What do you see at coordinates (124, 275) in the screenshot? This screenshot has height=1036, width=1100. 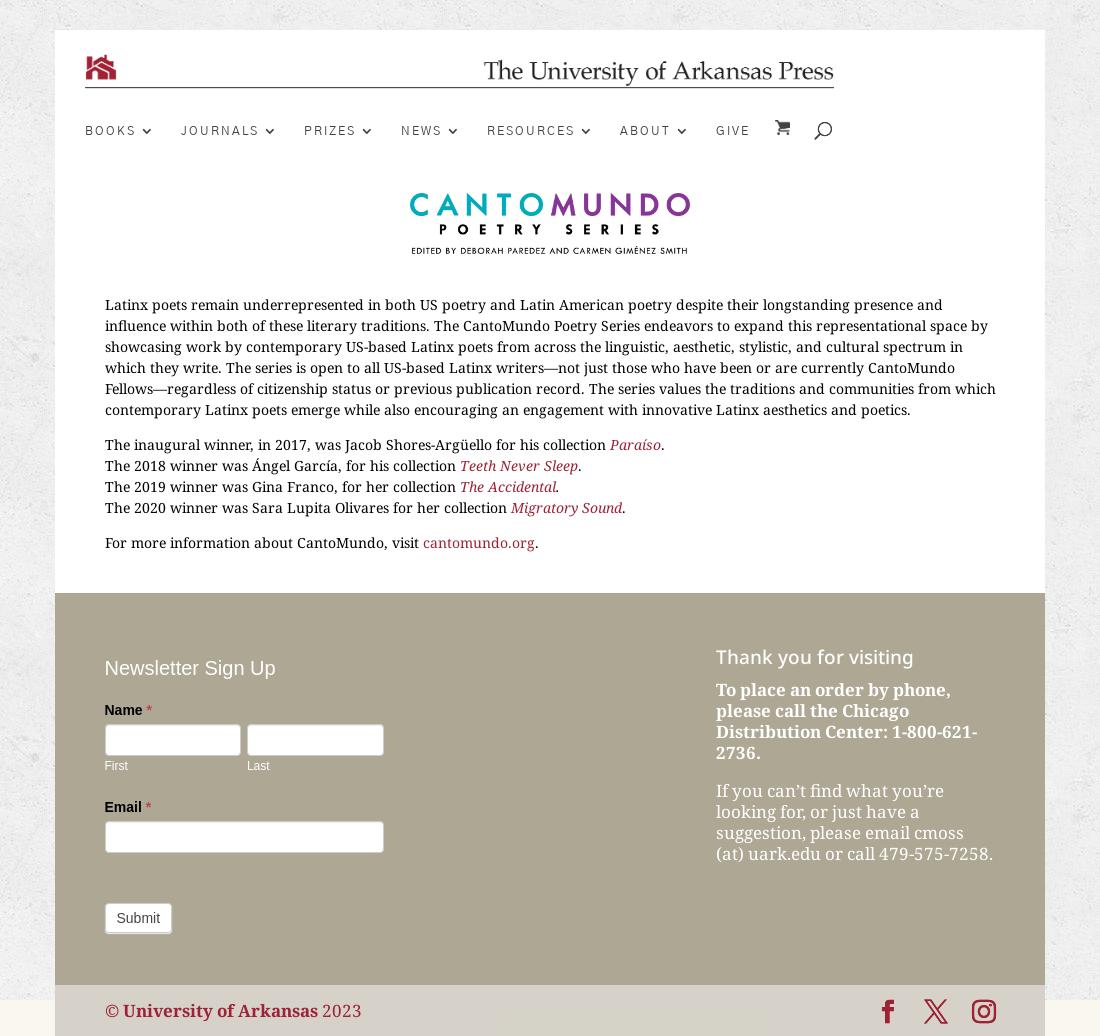 I see `'By Season'` at bounding box center [124, 275].